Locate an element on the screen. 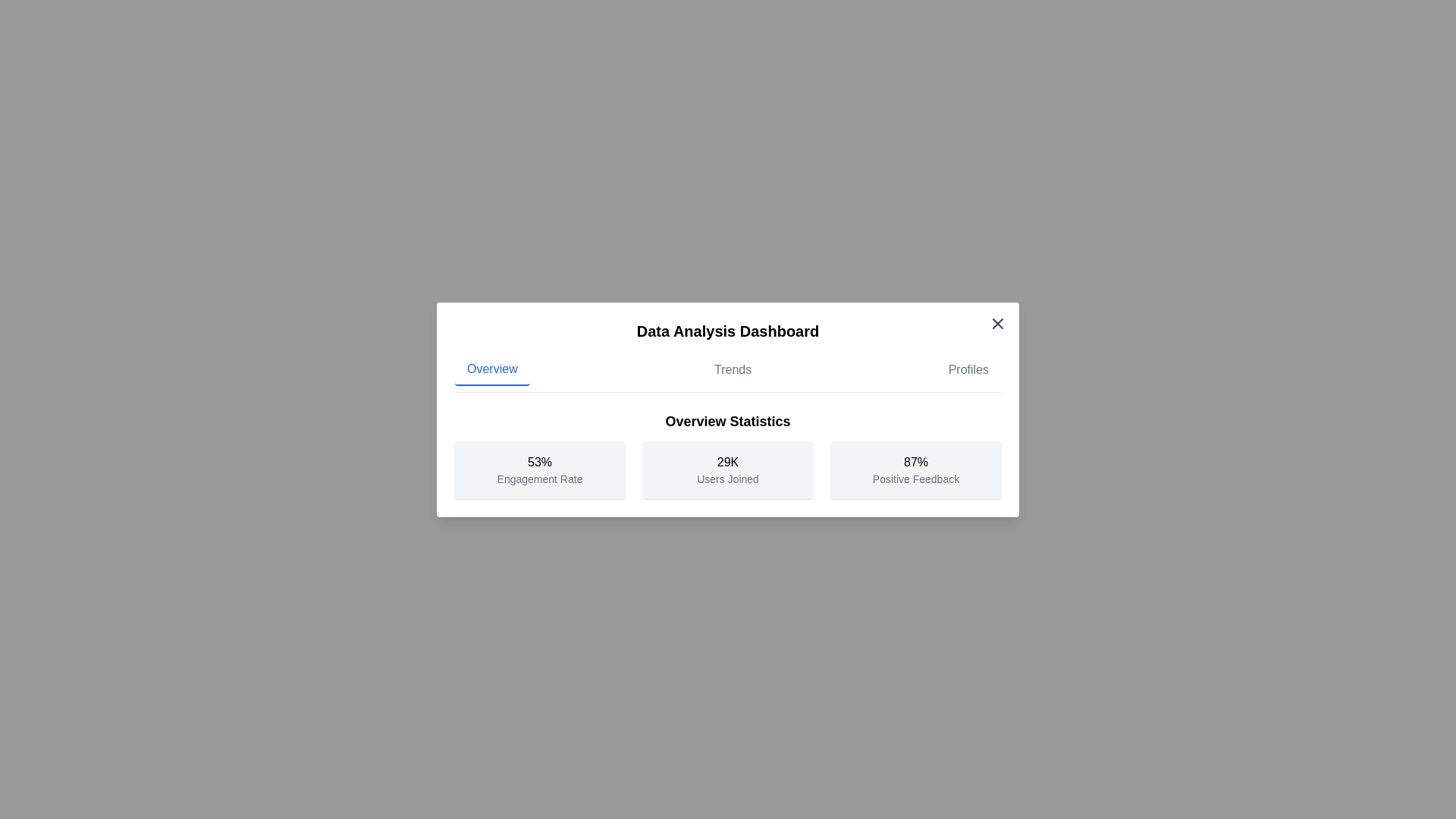 The width and height of the screenshot is (1456, 819). the text label that provides context to the numeric value '29K', which indicates the count of users who have joined, located in the middle panel of the interface is located at coordinates (728, 479).